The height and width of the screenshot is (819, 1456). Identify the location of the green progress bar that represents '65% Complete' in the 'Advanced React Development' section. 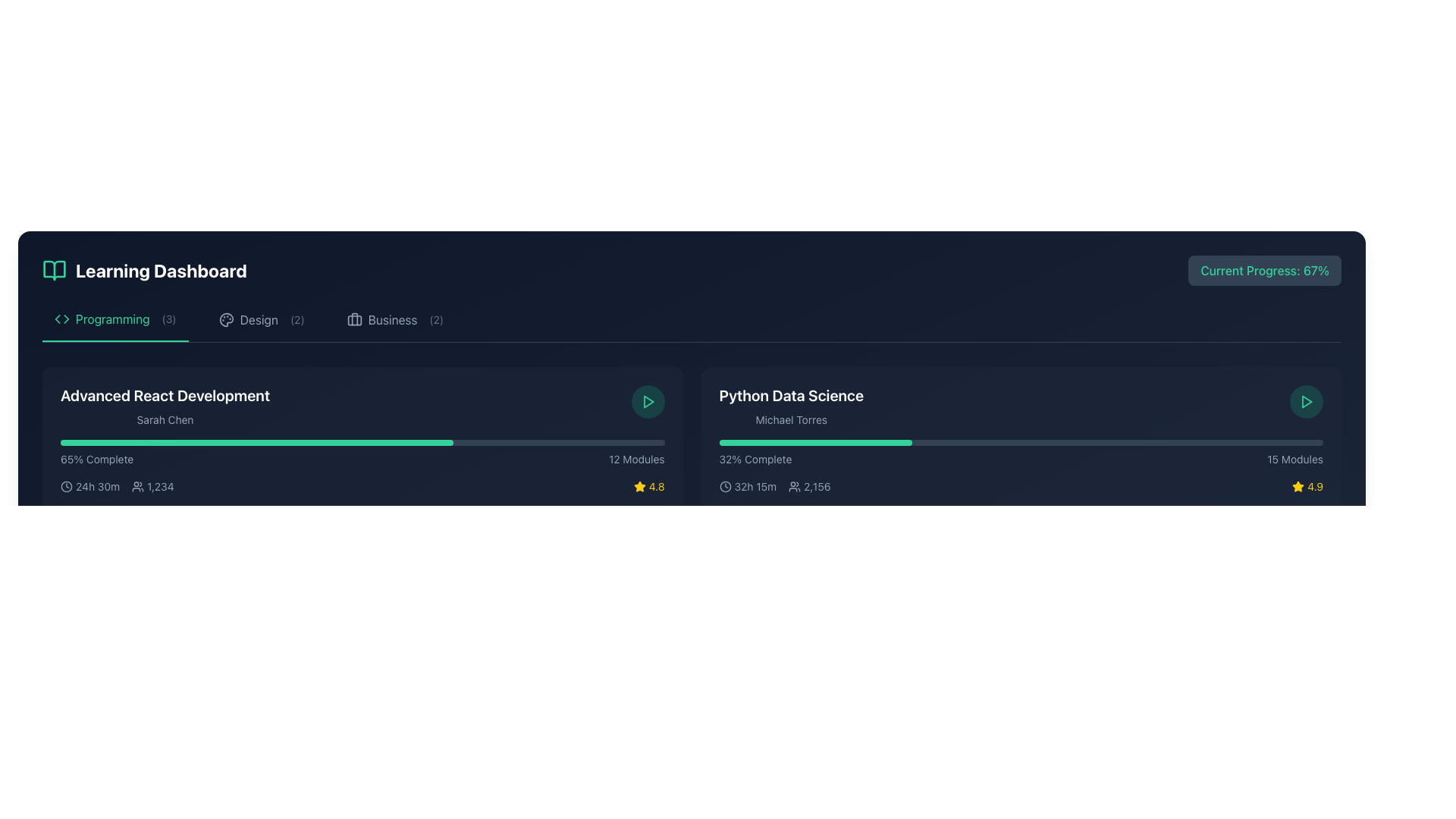
(256, 442).